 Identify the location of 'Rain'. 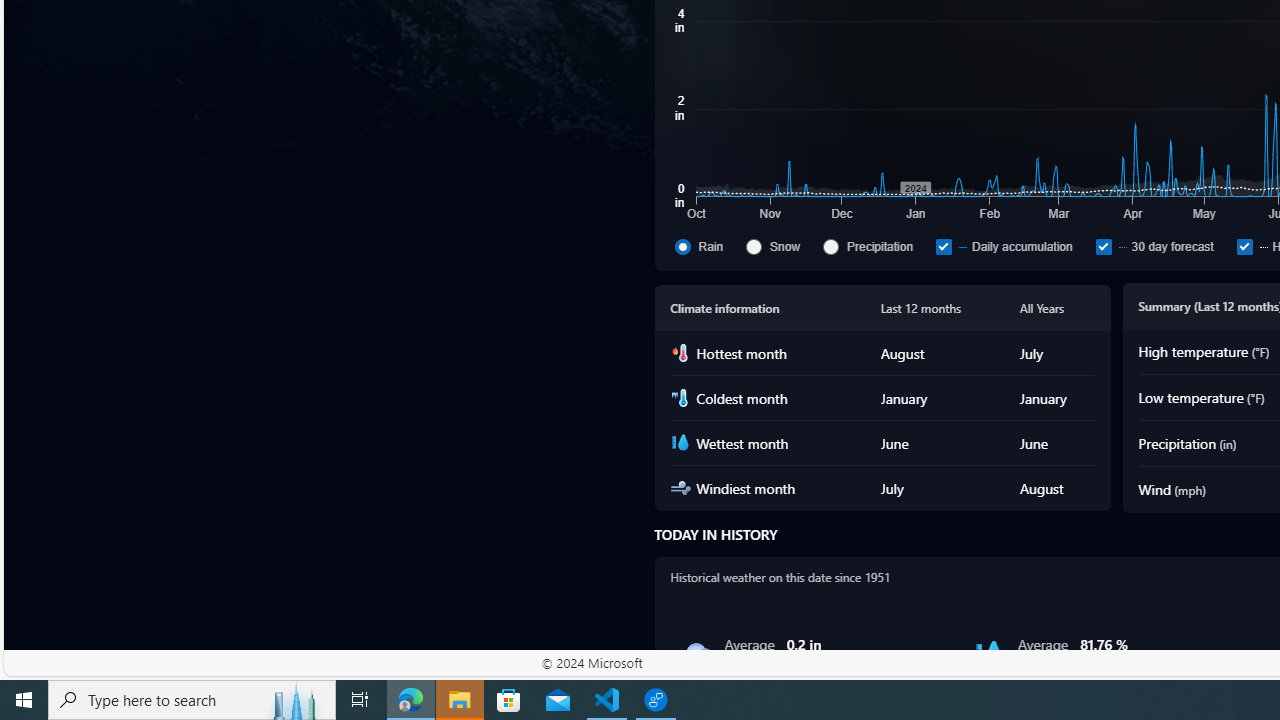
(706, 245).